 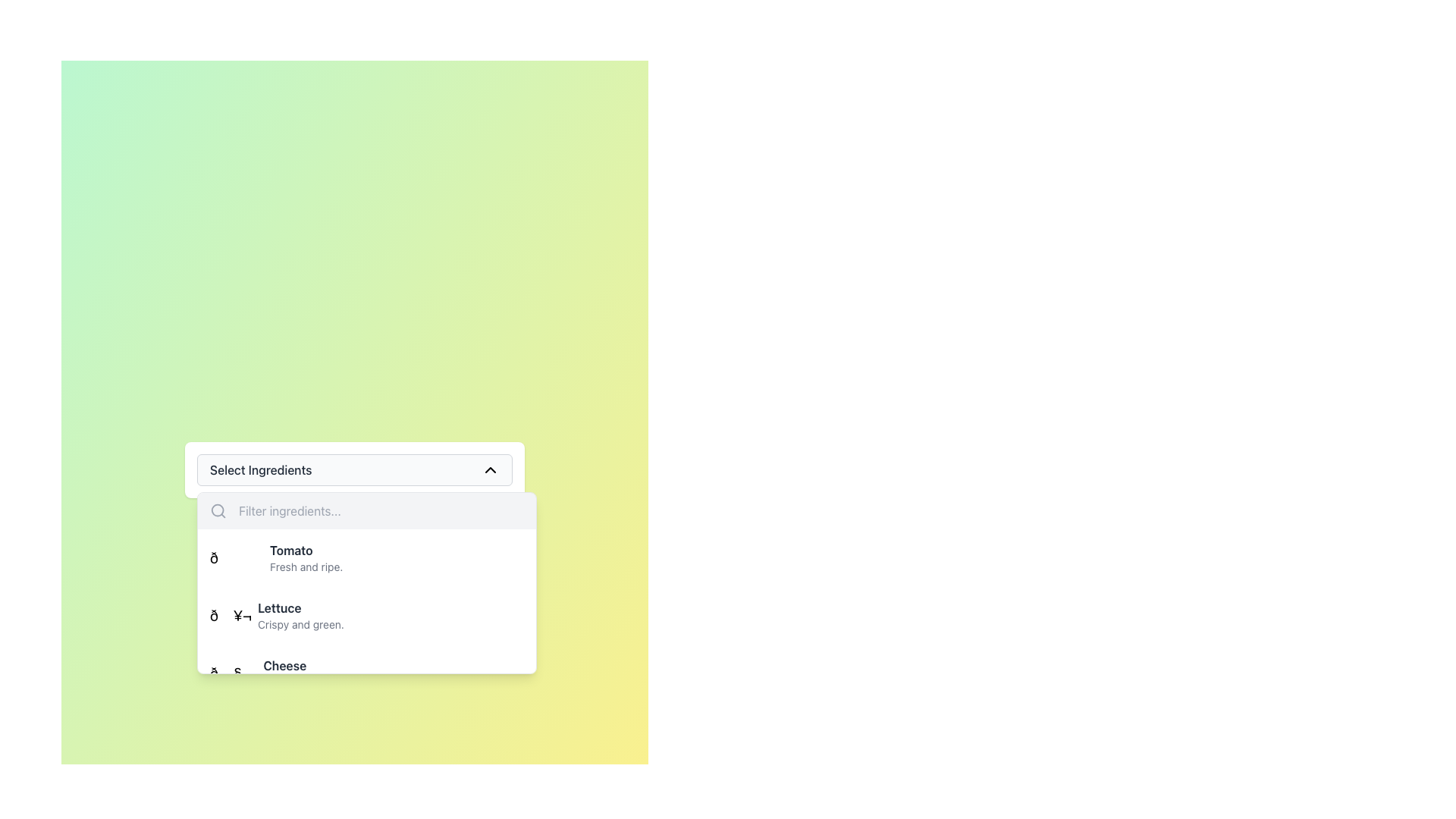 What do you see at coordinates (367, 616) in the screenshot?
I see `the menu item for 'Lettuce' located in the second row under 'Select Ingredients'` at bounding box center [367, 616].